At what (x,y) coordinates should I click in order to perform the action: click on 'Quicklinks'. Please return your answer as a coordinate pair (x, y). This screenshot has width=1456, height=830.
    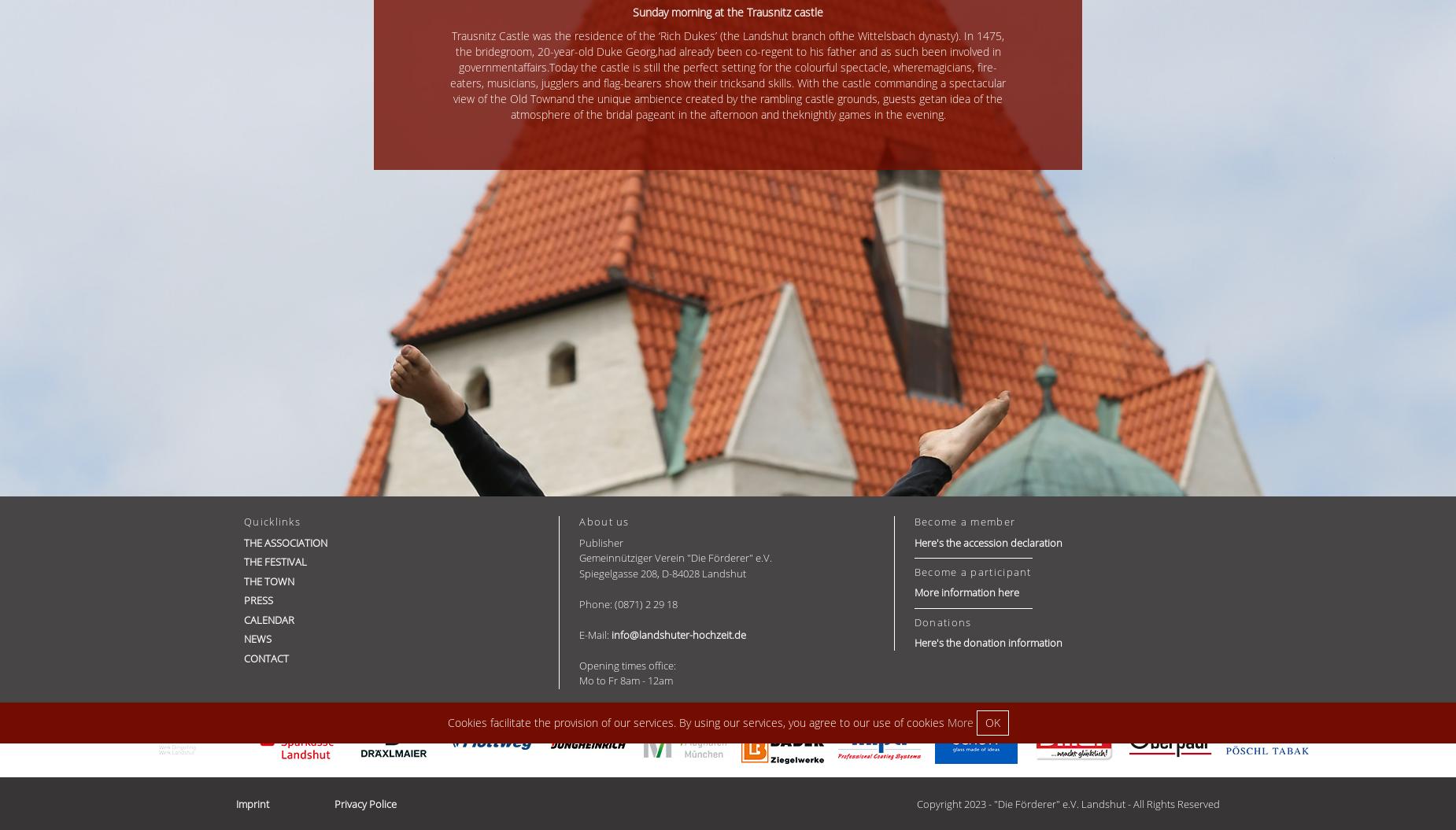
    Looking at the image, I should click on (271, 520).